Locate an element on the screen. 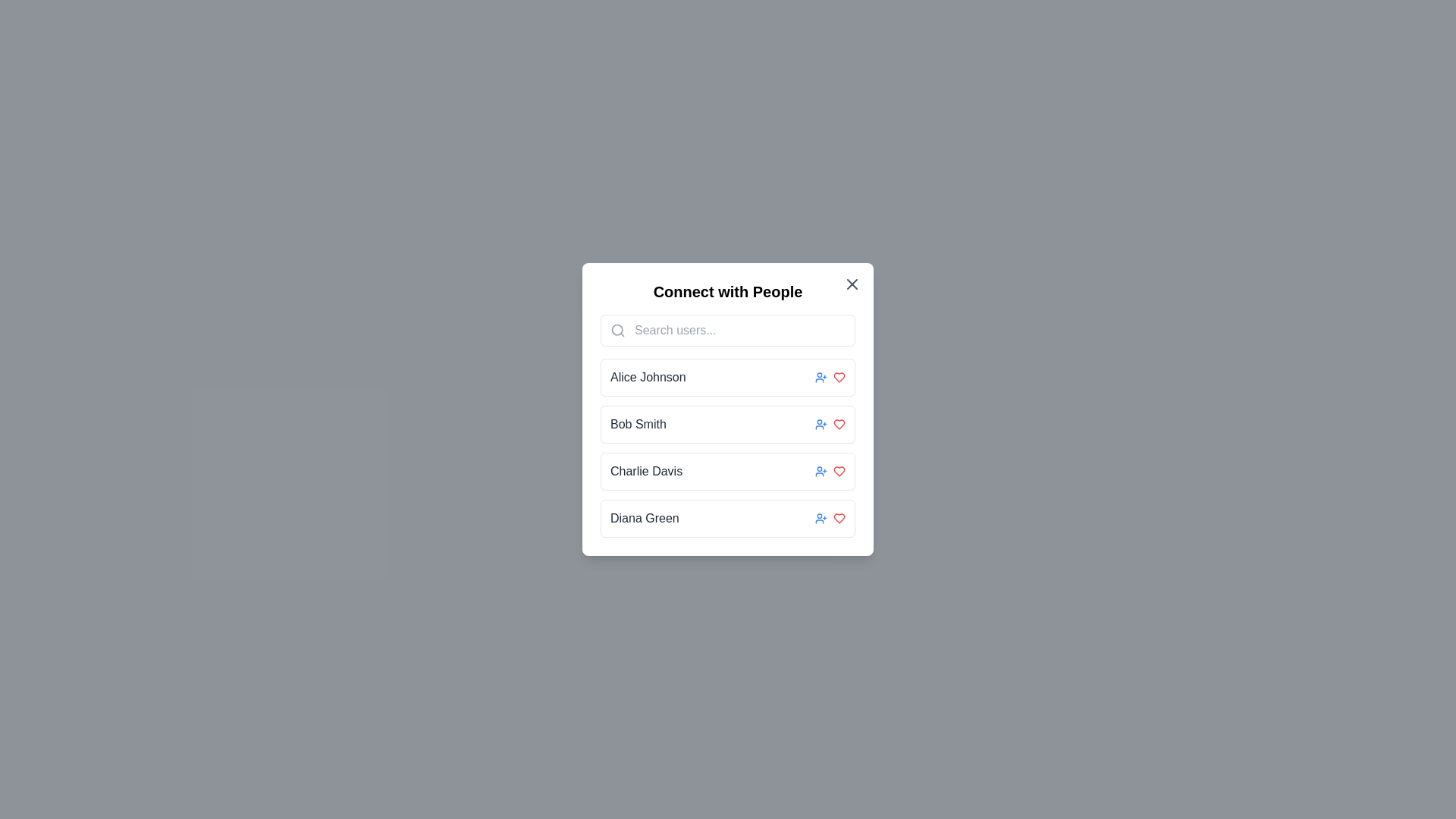 This screenshot has height=819, width=1456. the user icon located to the right of 'Alice Johnson' in the first row to initiate a connection request is located at coordinates (829, 376).